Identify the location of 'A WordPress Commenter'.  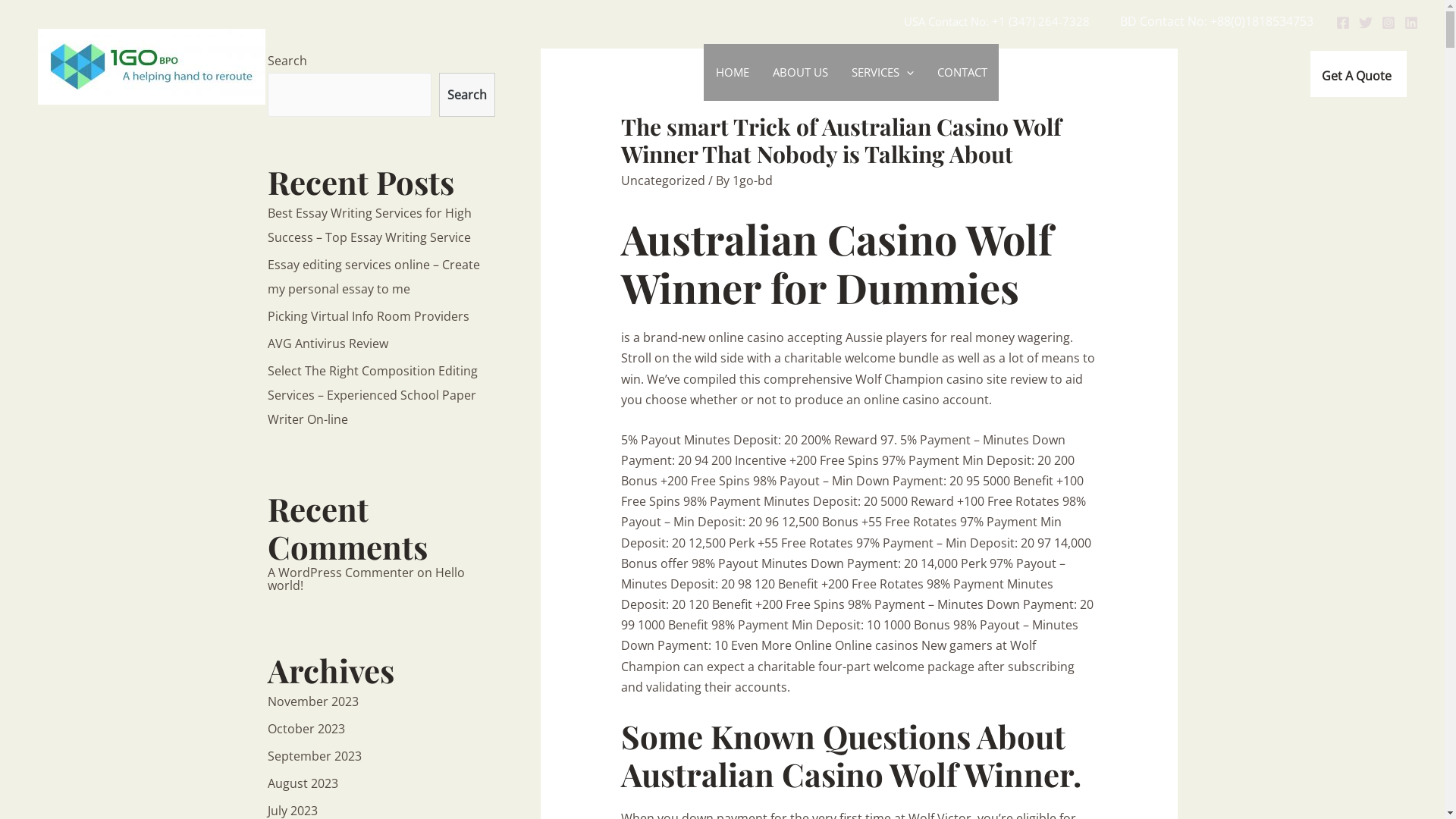
(339, 573).